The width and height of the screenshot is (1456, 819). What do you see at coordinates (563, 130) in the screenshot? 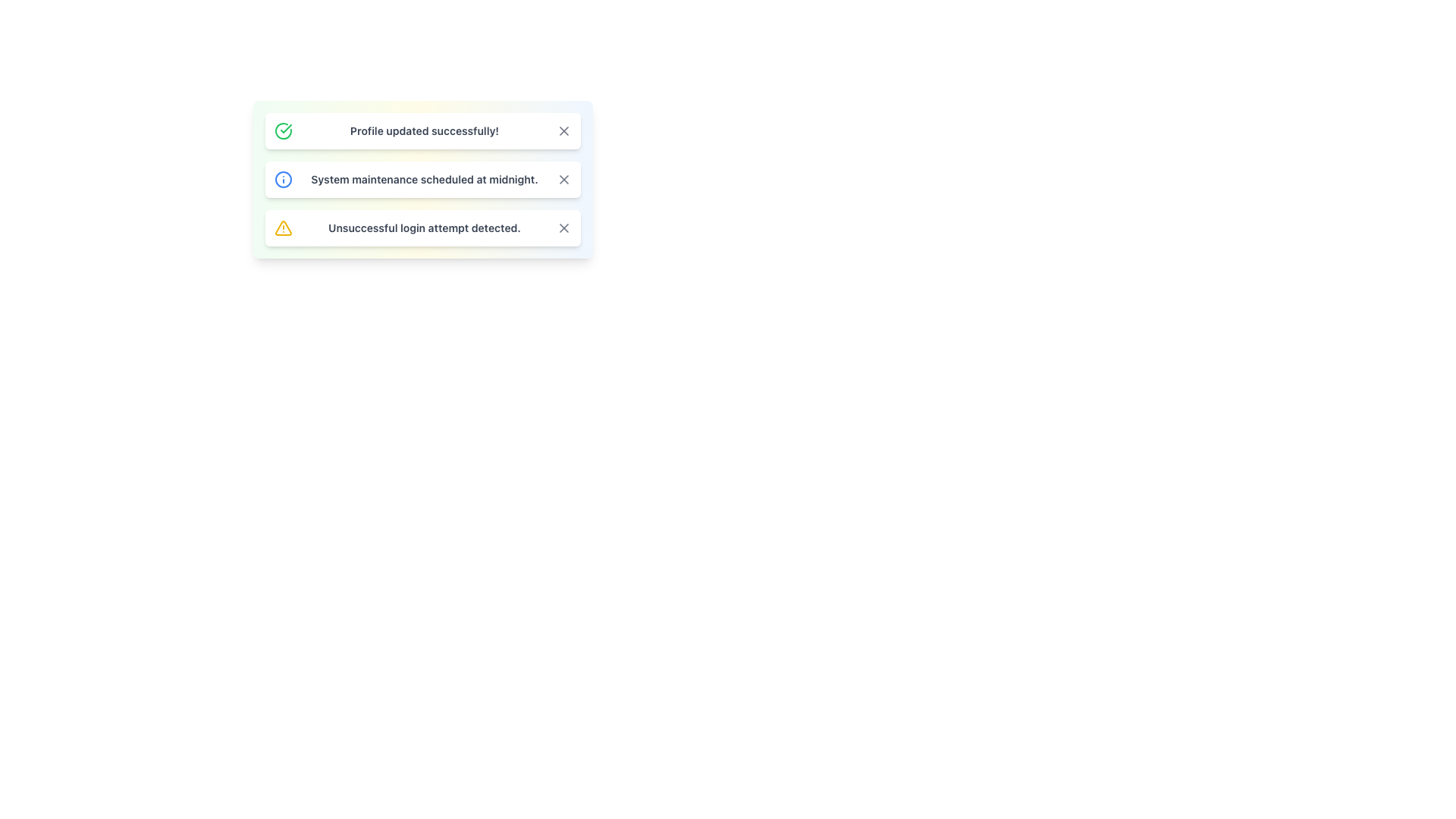
I see `the close button located at the top-right corner of the notification card` at bounding box center [563, 130].